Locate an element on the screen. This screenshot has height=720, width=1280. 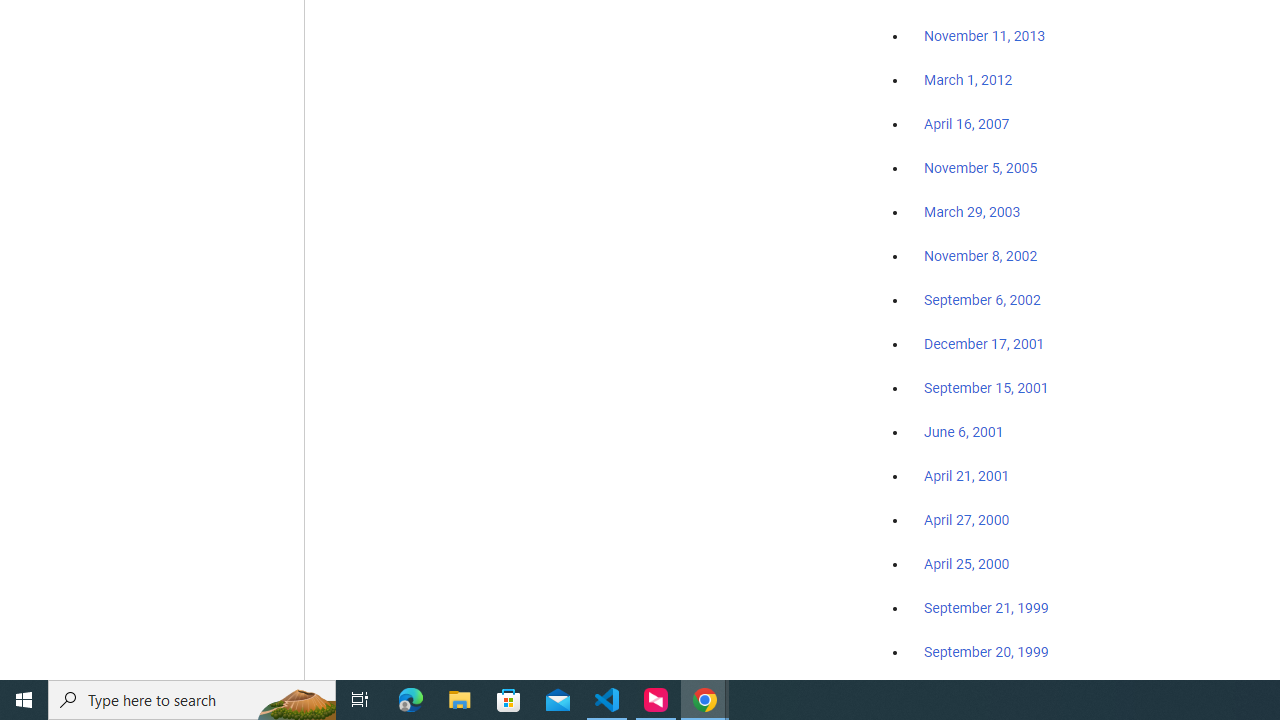
'November 8, 2002' is located at coordinates (981, 255).